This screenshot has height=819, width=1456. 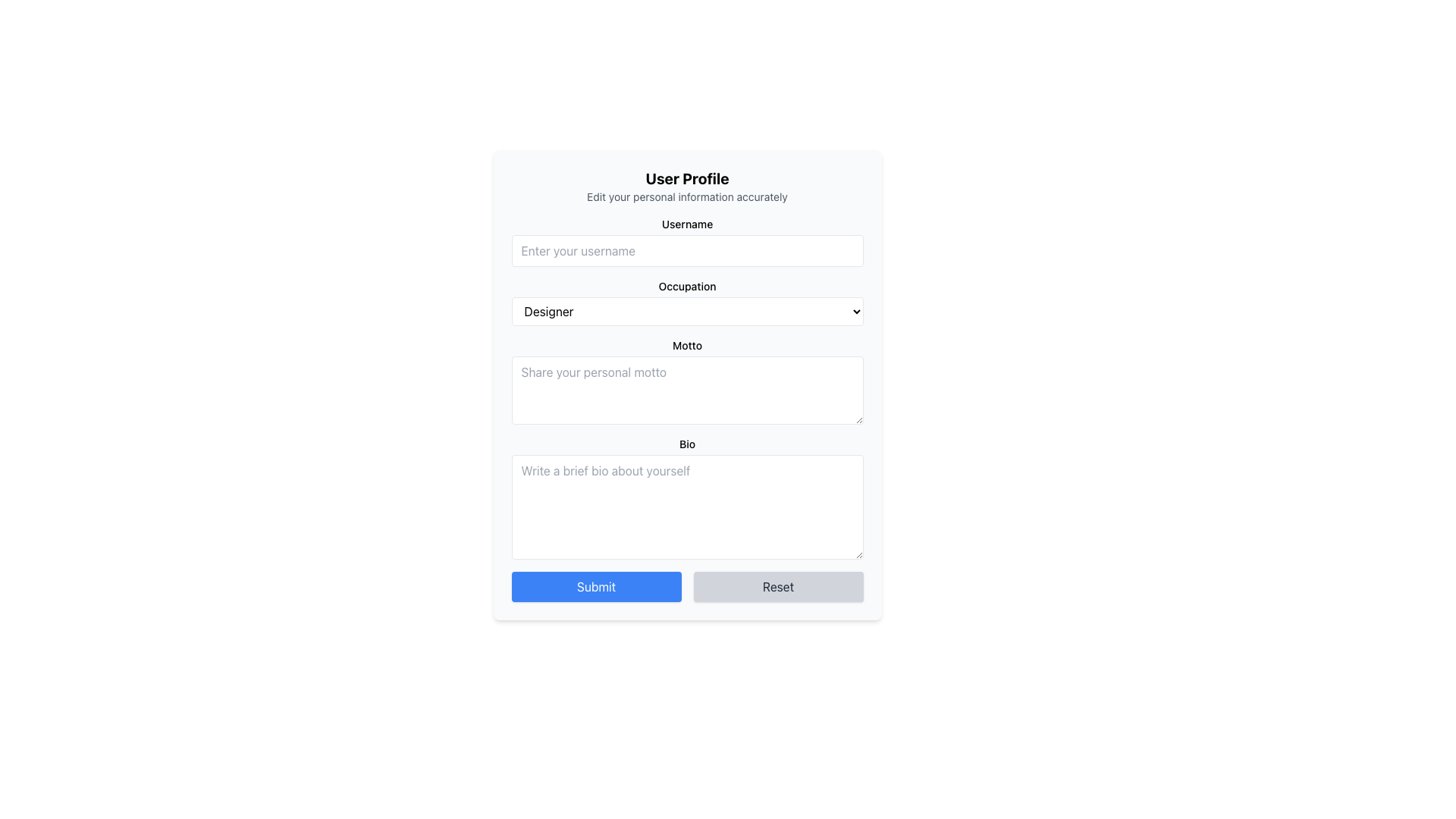 What do you see at coordinates (595, 586) in the screenshot?
I see `the 'Submit' button located in the left column of a two-column layout` at bounding box center [595, 586].